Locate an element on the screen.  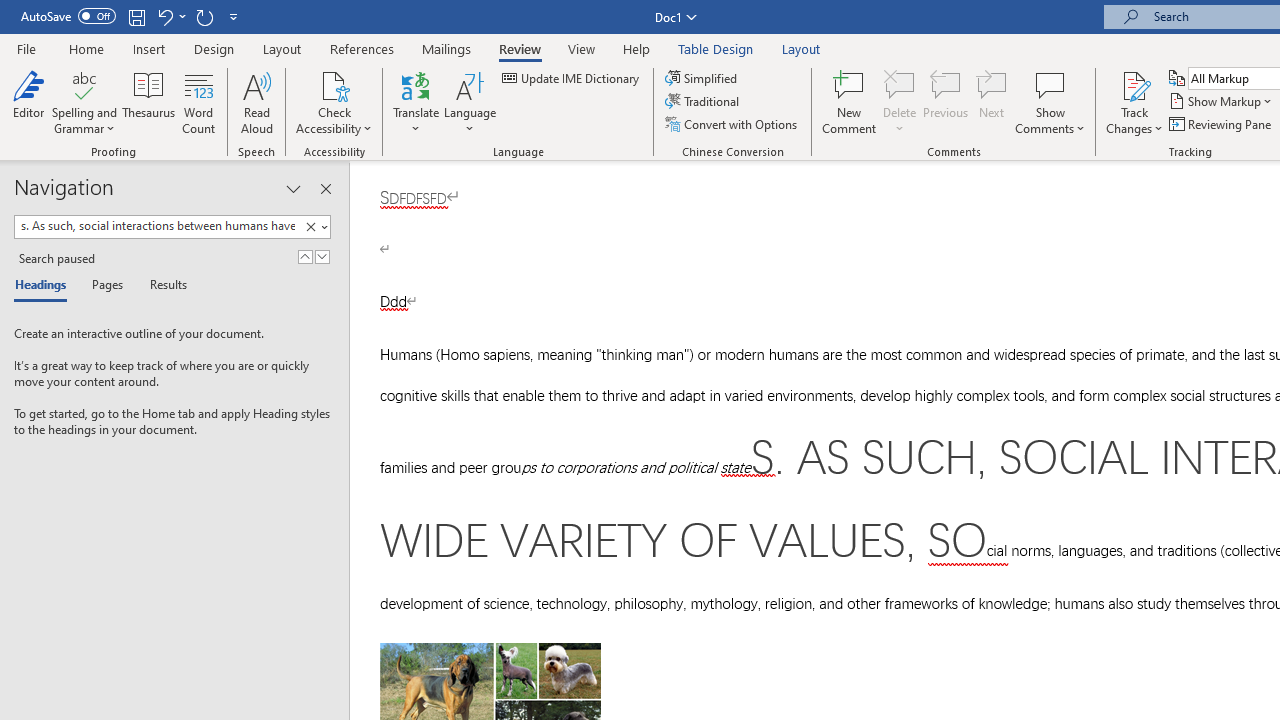
'Next' is located at coordinates (992, 103).